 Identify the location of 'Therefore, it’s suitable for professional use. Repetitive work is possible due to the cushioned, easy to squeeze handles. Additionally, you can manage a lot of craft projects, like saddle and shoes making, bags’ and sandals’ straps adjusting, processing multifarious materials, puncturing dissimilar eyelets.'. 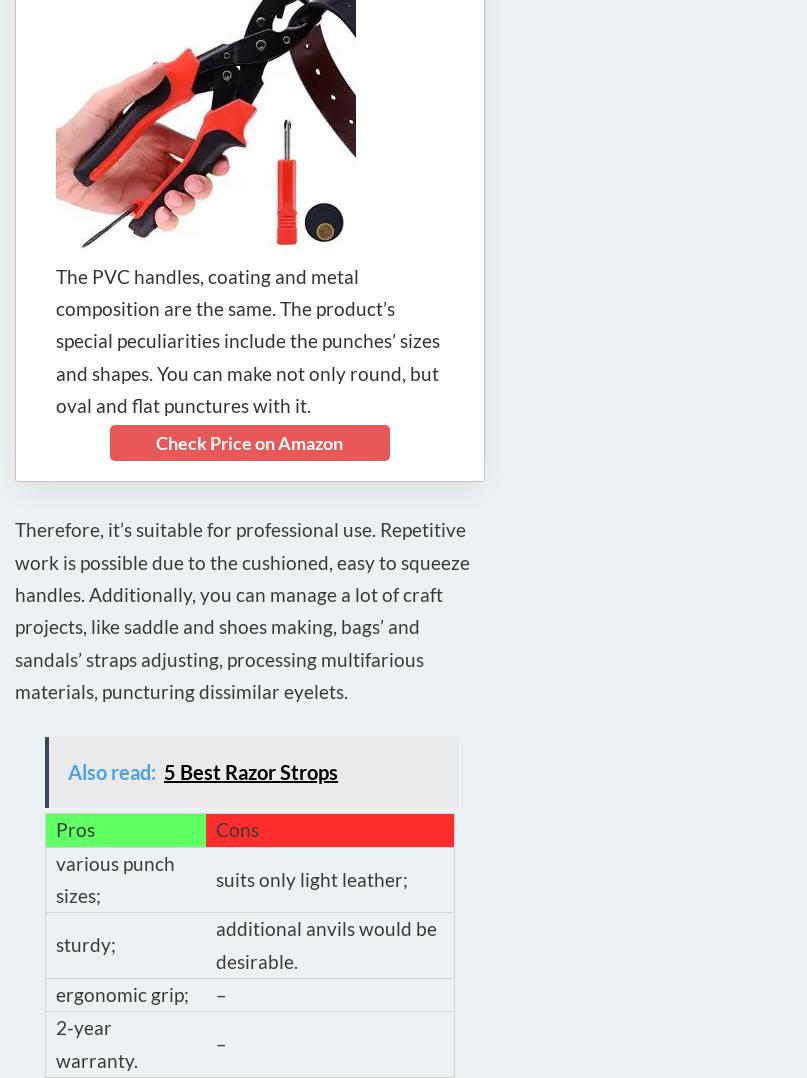
(242, 610).